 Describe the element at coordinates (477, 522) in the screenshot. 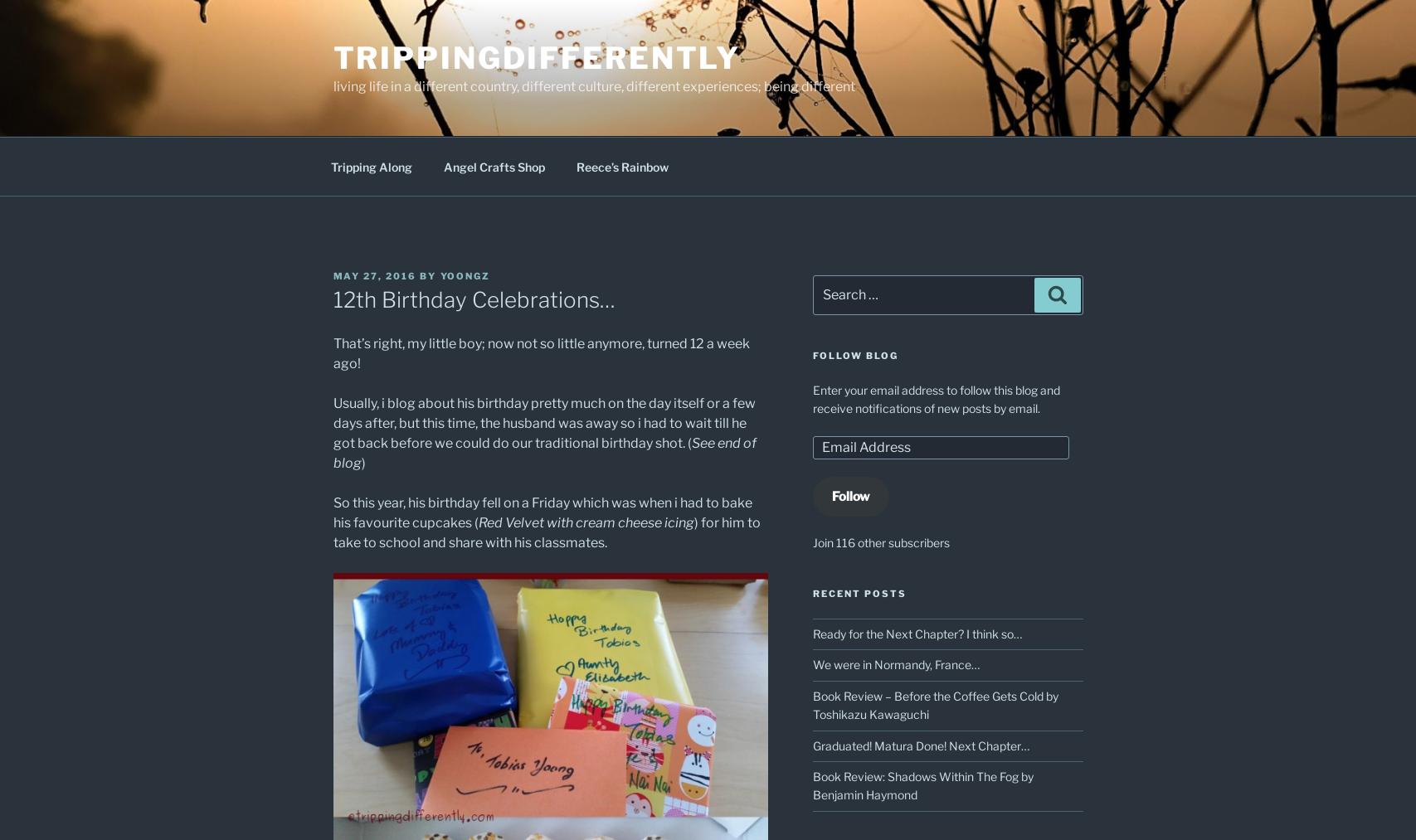

I see `'Red Velvet with cream cheese icing'` at that location.